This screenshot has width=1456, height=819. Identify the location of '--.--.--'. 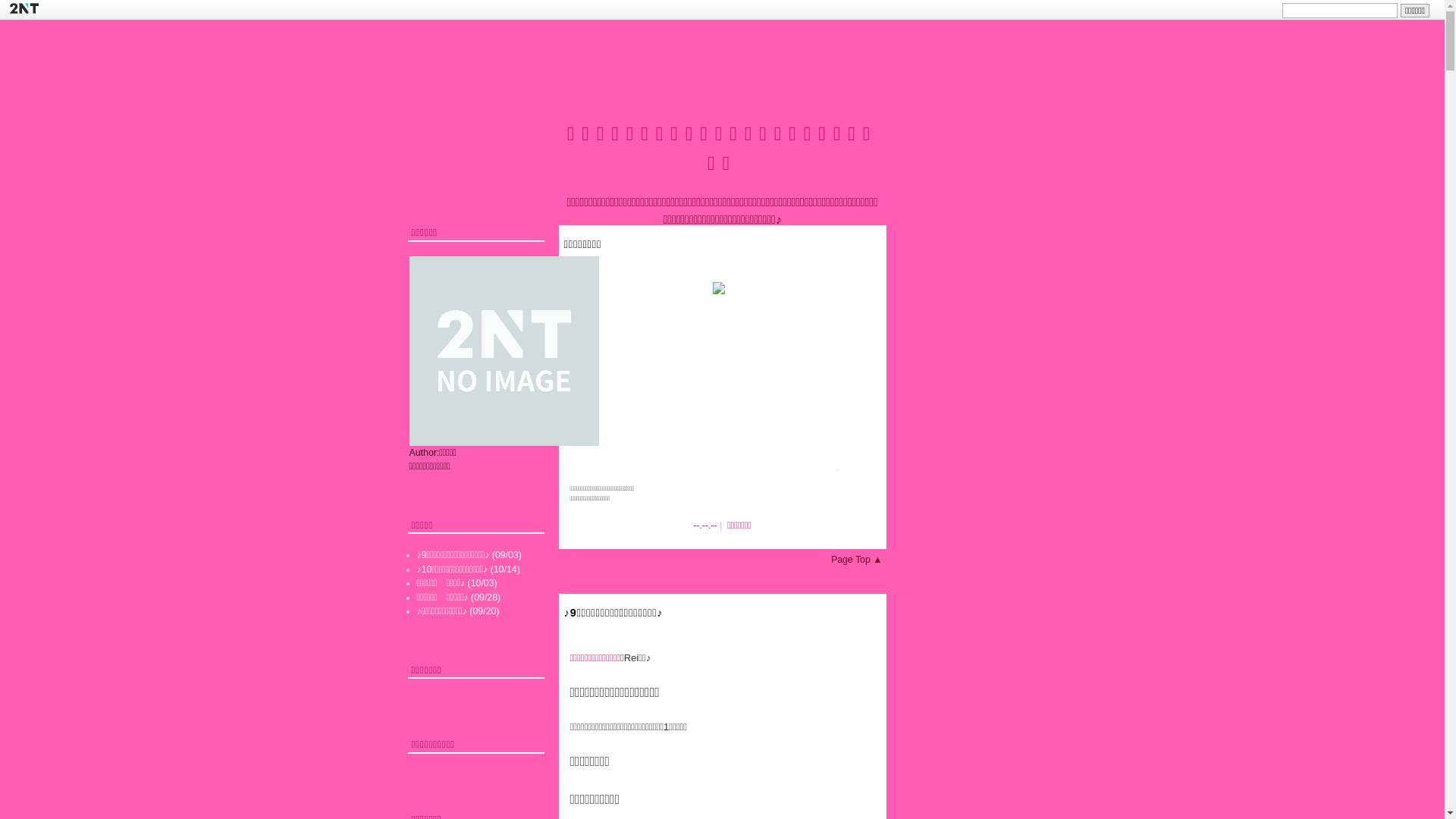
(704, 525).